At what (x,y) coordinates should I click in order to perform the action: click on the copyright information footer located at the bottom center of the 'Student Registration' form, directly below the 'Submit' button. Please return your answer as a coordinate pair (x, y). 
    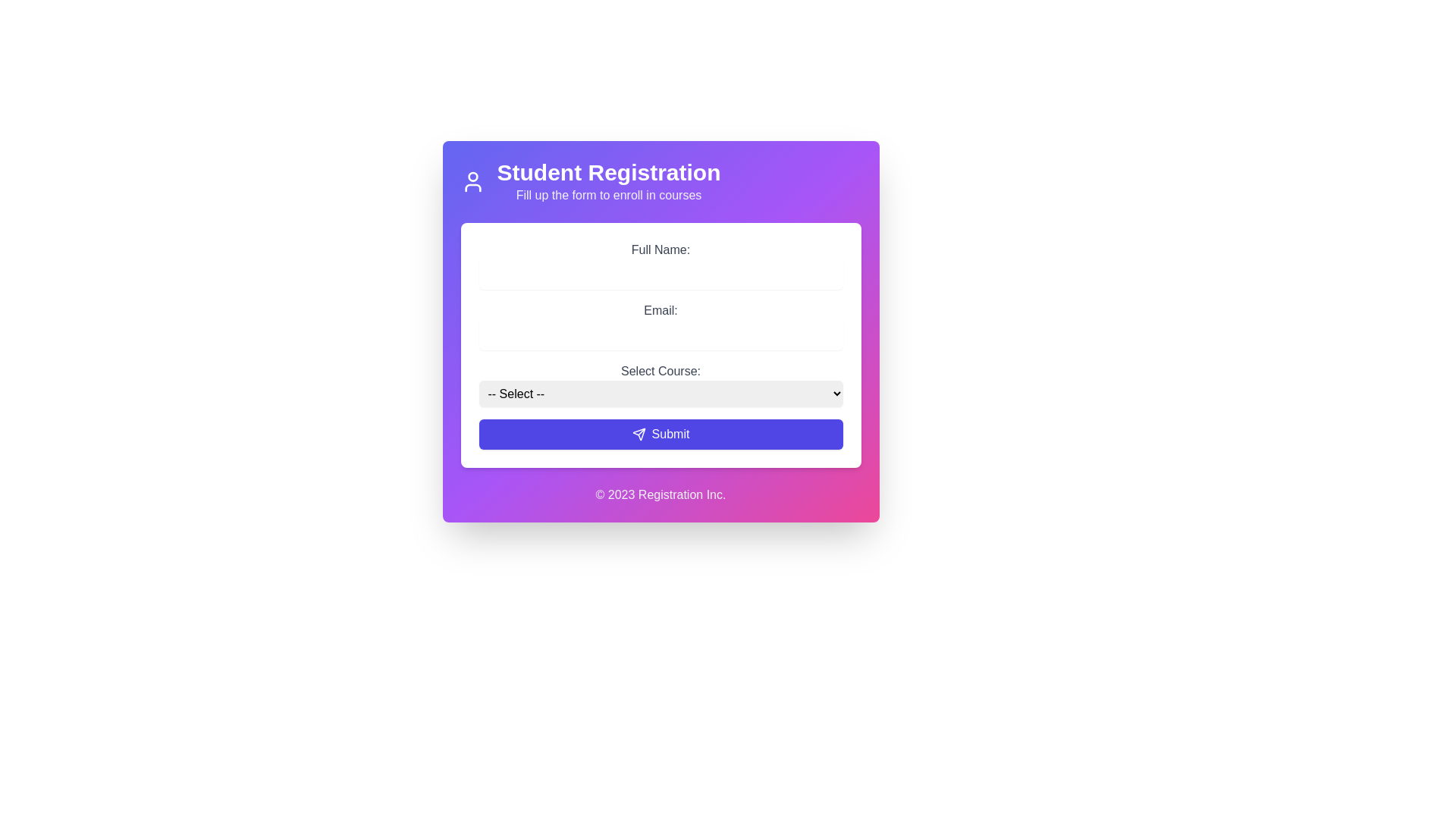
    Looking at the image, I should click on (661, 485).